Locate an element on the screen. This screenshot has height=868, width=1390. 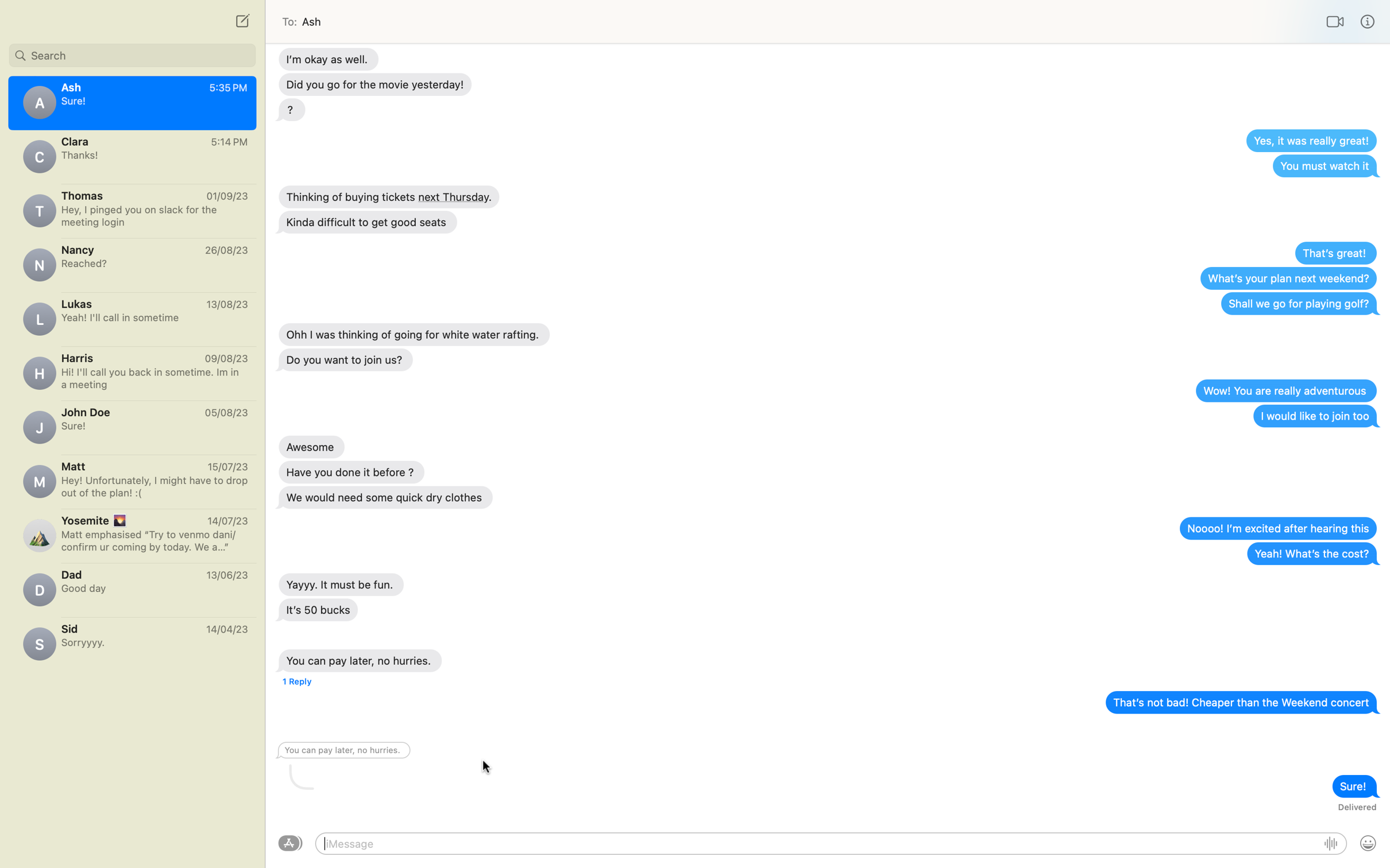
Click to view more options for message "Yeah, what"s the cost? is located at coordinates (1311, 553).